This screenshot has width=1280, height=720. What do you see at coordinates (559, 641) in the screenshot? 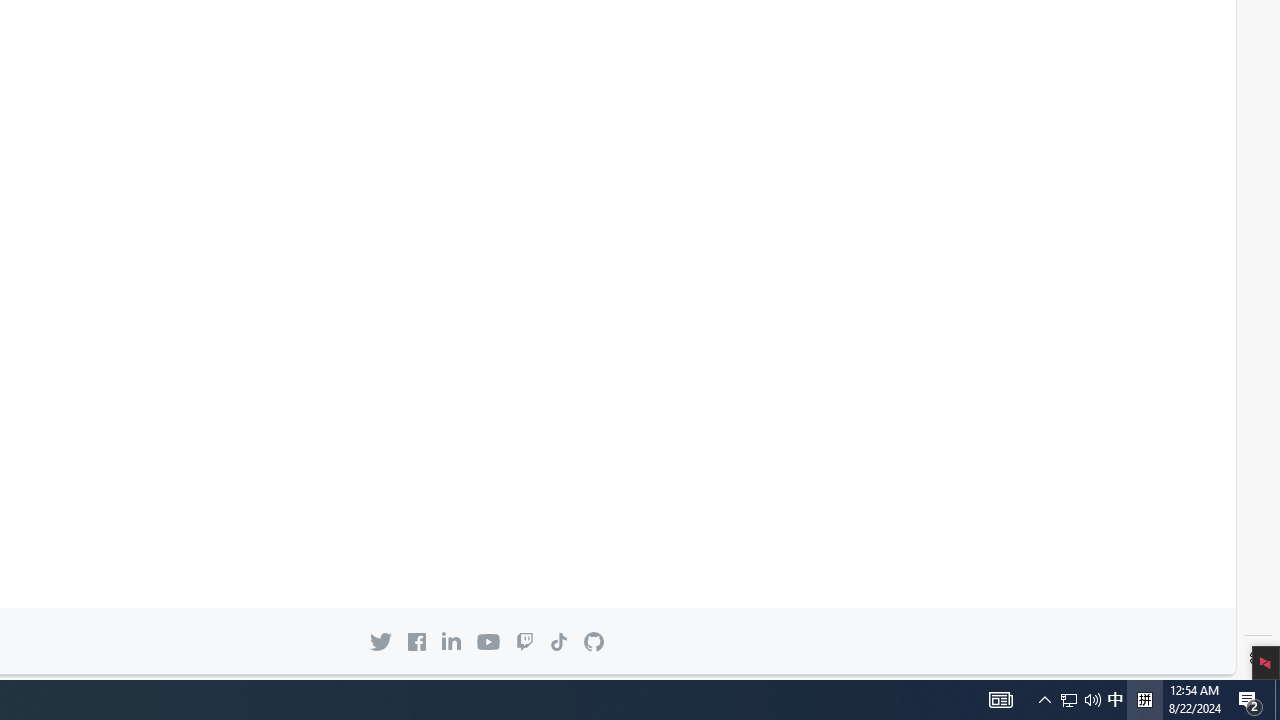
I see `'TikTok icon GitHub on TikTok'` at bounding box center [559, 641].